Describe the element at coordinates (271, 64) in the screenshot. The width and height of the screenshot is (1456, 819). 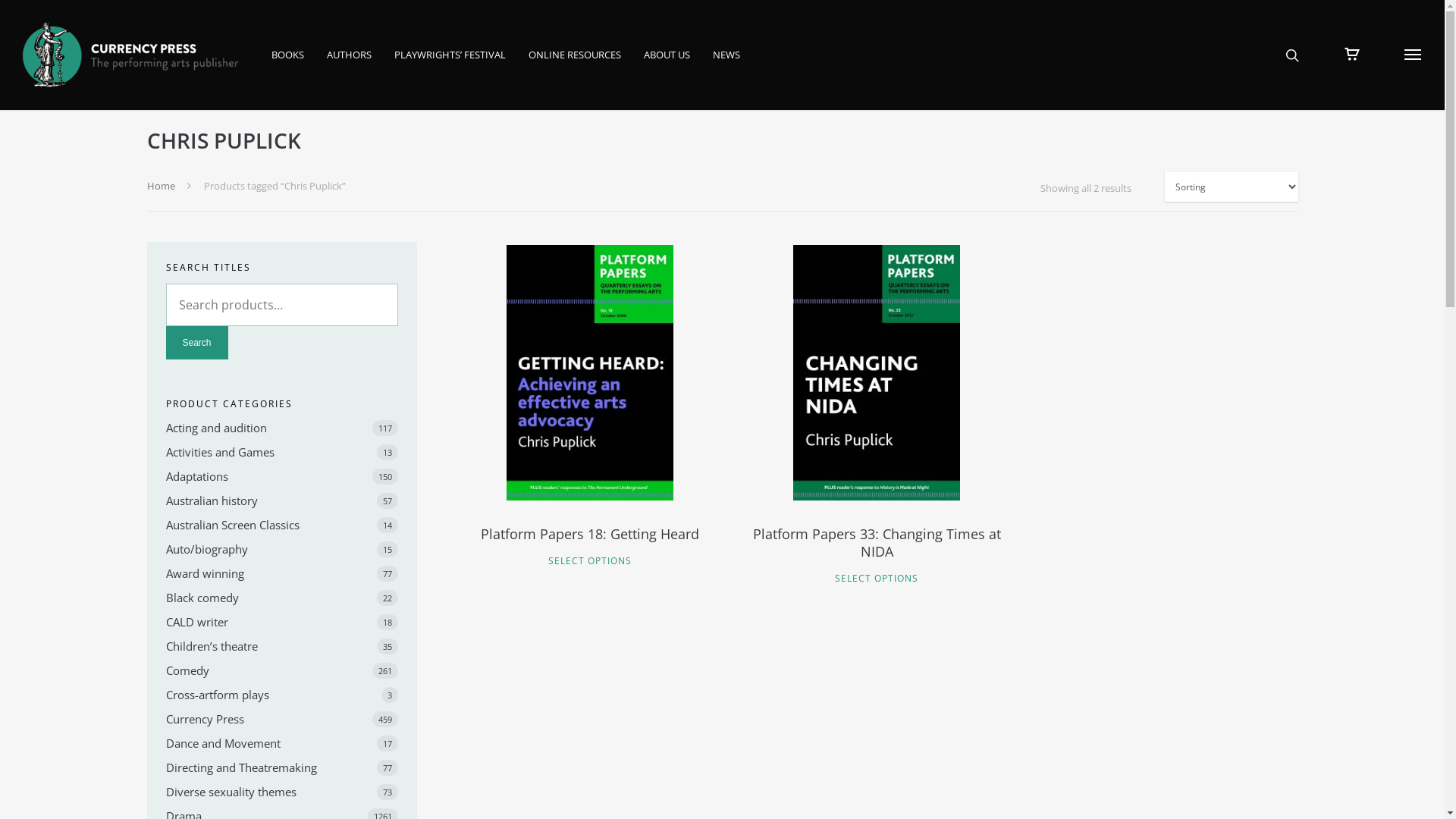
I see `'BOOKS'` at that location.